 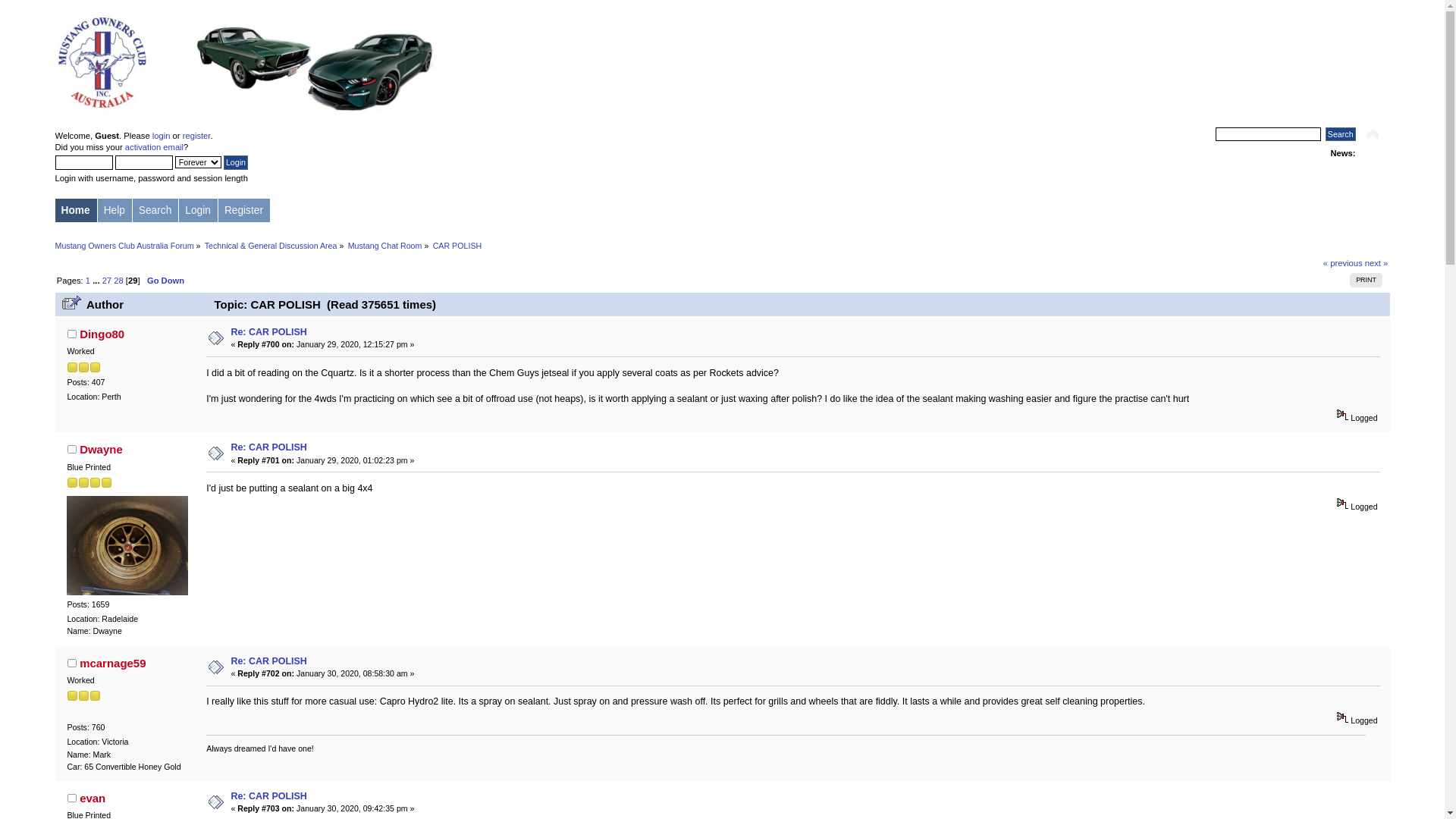 I want to click on 'Search', so click(x=155, y=210).